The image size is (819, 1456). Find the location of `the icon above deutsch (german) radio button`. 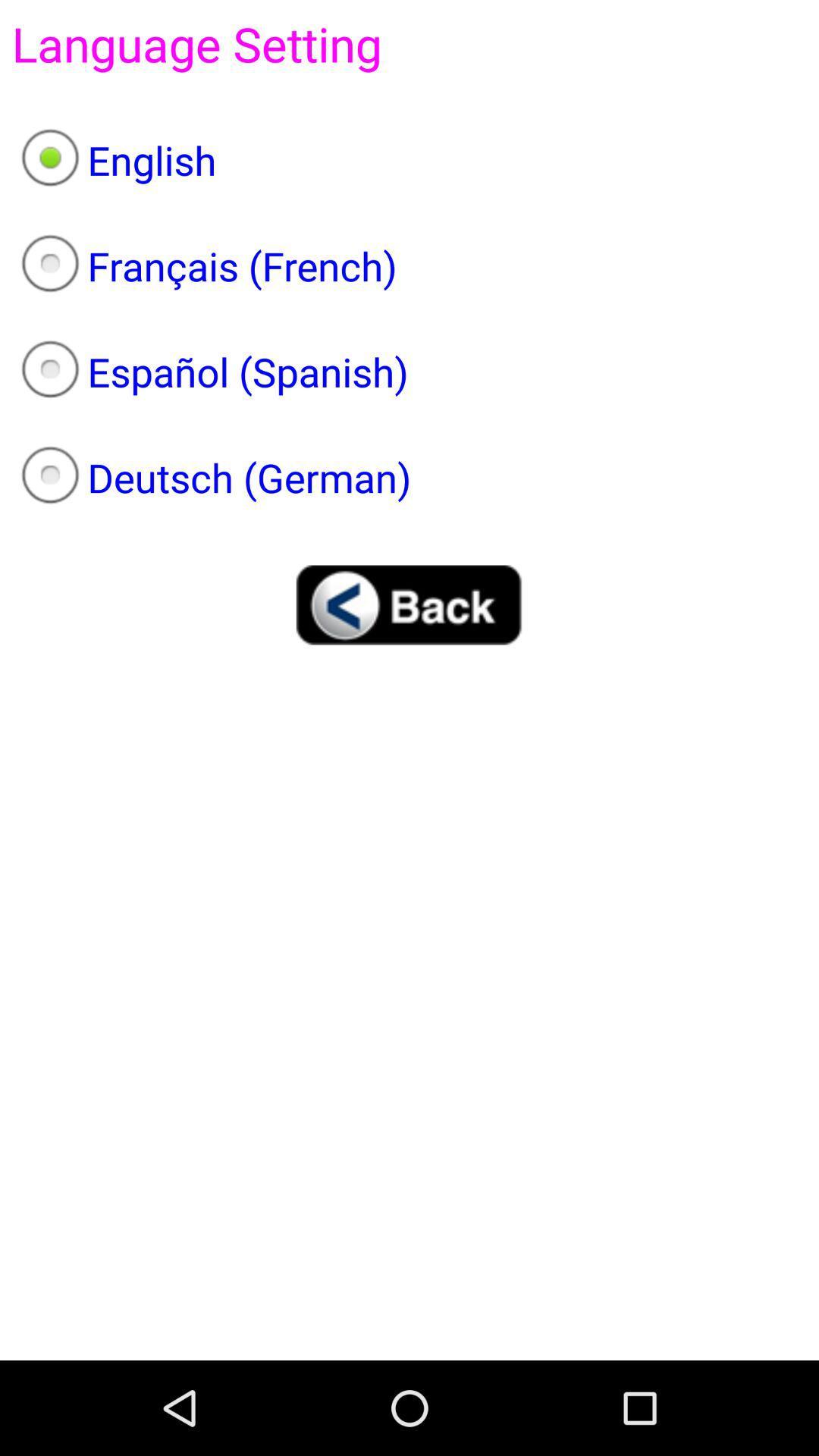

the icon above deutsch (german) radio button is located at coordinates (409, 372).